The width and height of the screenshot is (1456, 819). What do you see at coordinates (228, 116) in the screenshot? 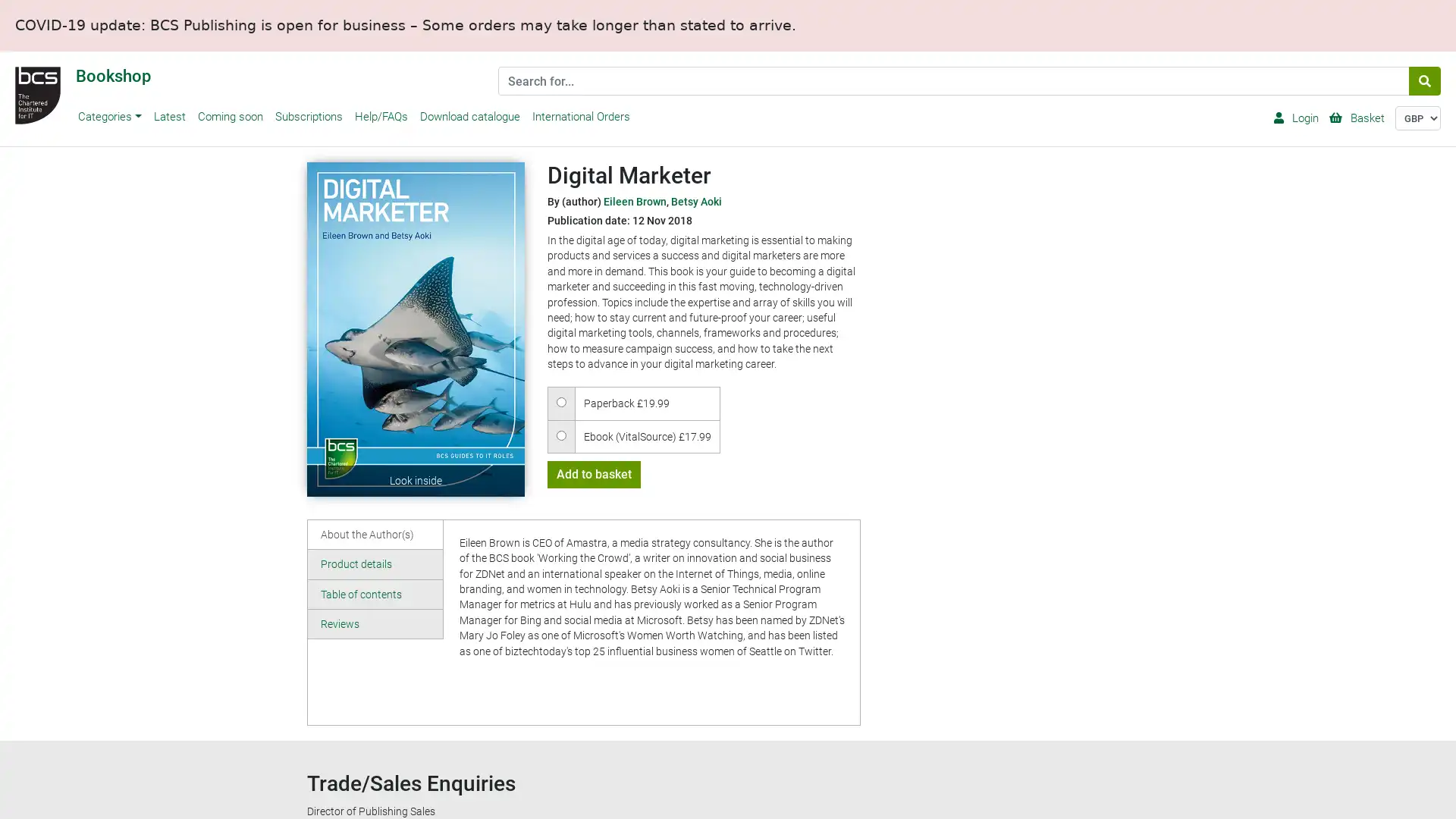
I see `Coming soon` at bounding box center [228, 116].